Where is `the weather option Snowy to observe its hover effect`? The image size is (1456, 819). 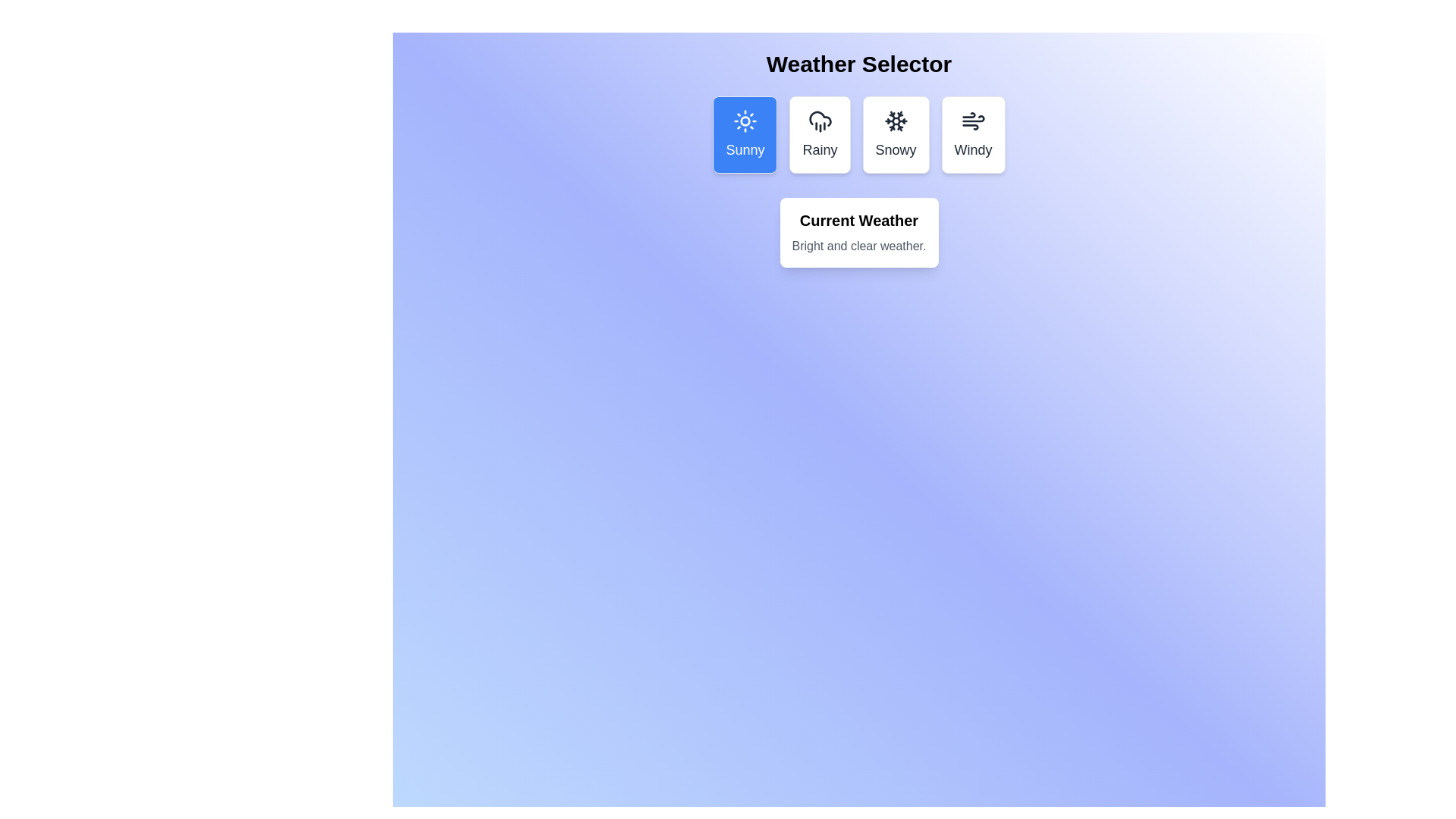
the weather option Snowy to observe its hover effect is located at coordinates (896, 133).